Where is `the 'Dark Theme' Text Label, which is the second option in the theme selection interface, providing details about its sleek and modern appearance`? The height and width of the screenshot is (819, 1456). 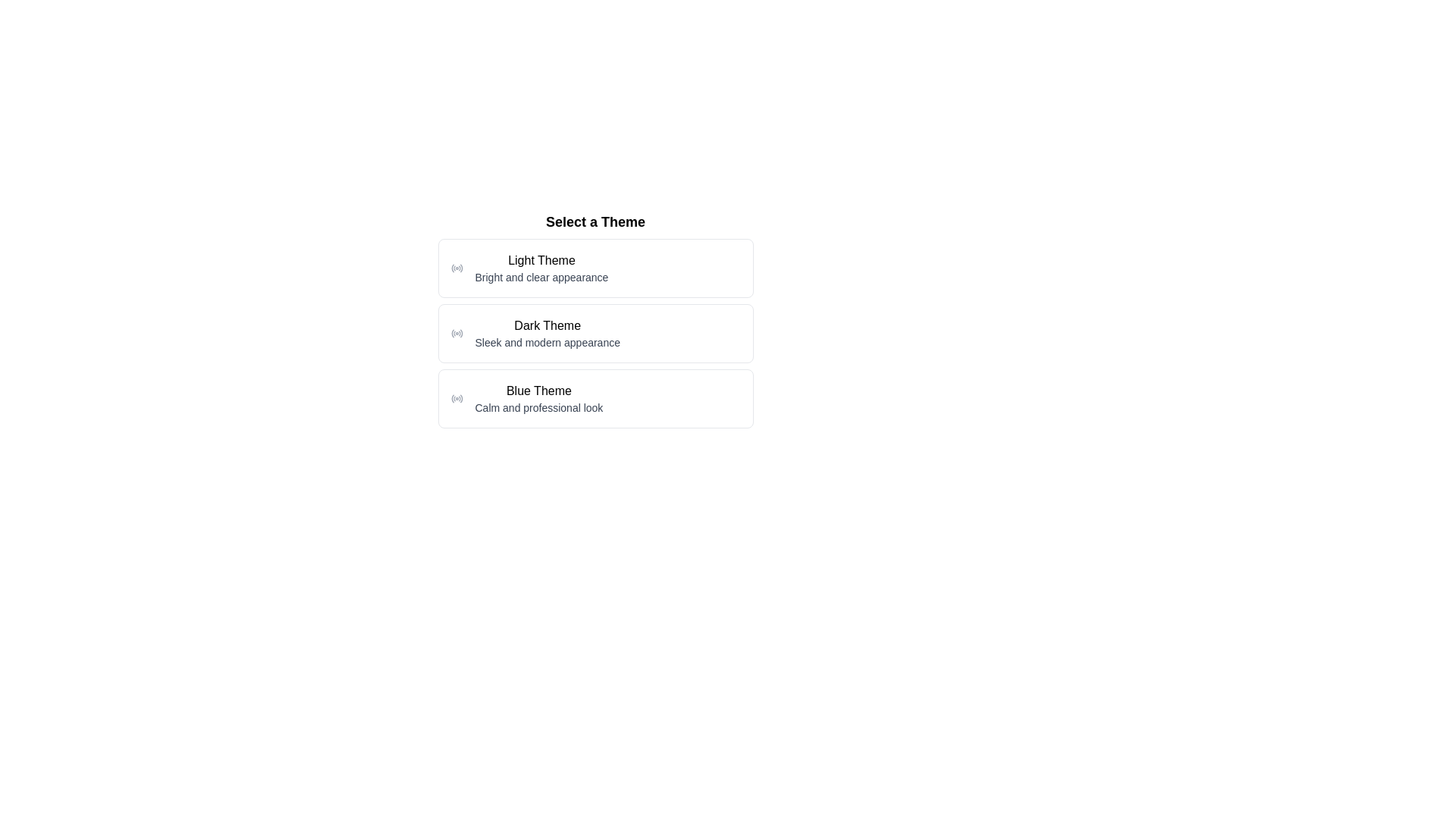 the 'Dark Theme' Text Label, which is the second option in the theme selection interface, providing details about its sleek and modern appearance is located at coordinates (547, 332).